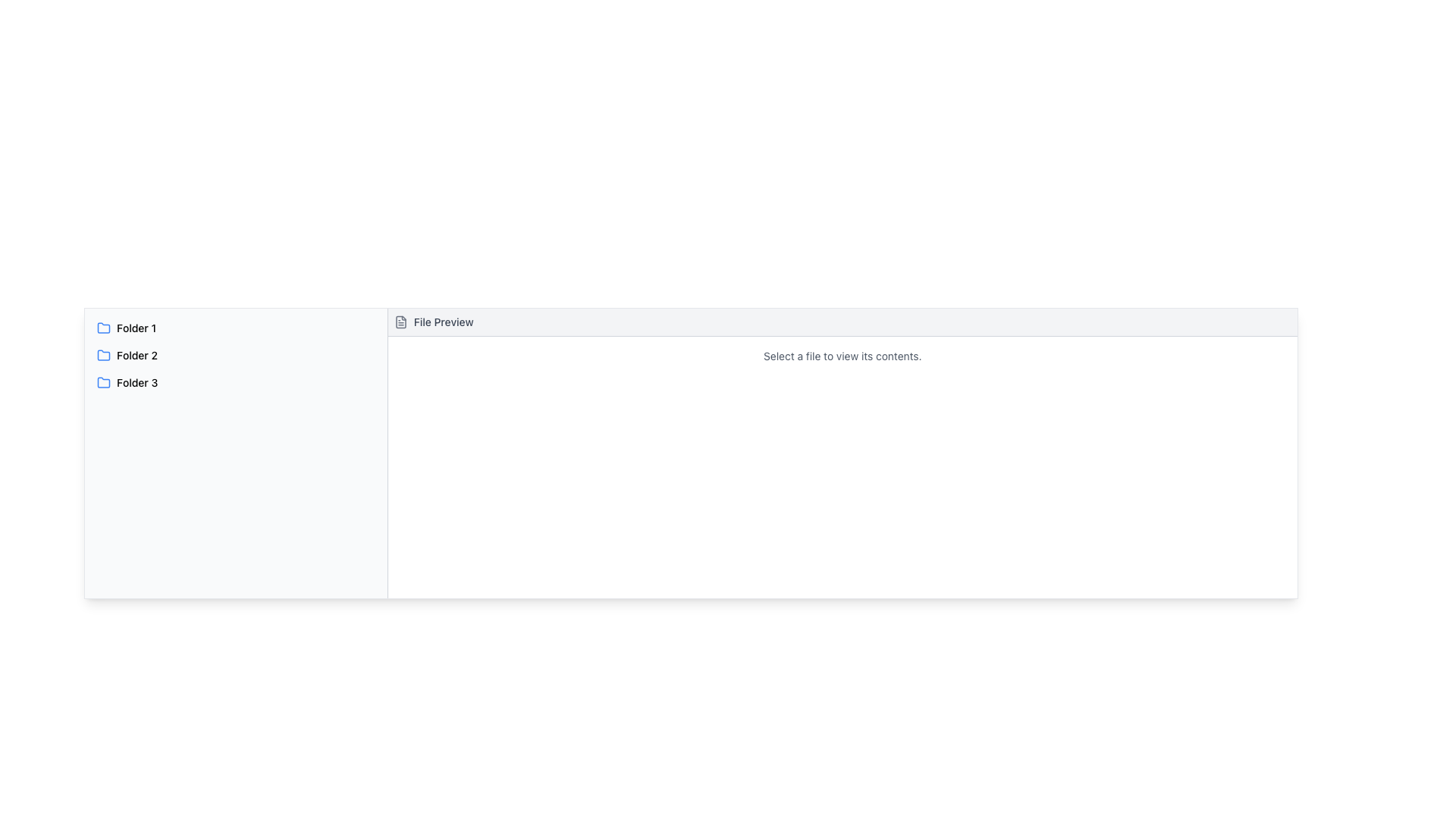 The image size is (1456, 819). Describe the element at coordinates (103, 327) in the screenshot. I see `the folder icon with a blue outline located to the left of the text label 'Folder 1' in the left panel of the interface` at that location.